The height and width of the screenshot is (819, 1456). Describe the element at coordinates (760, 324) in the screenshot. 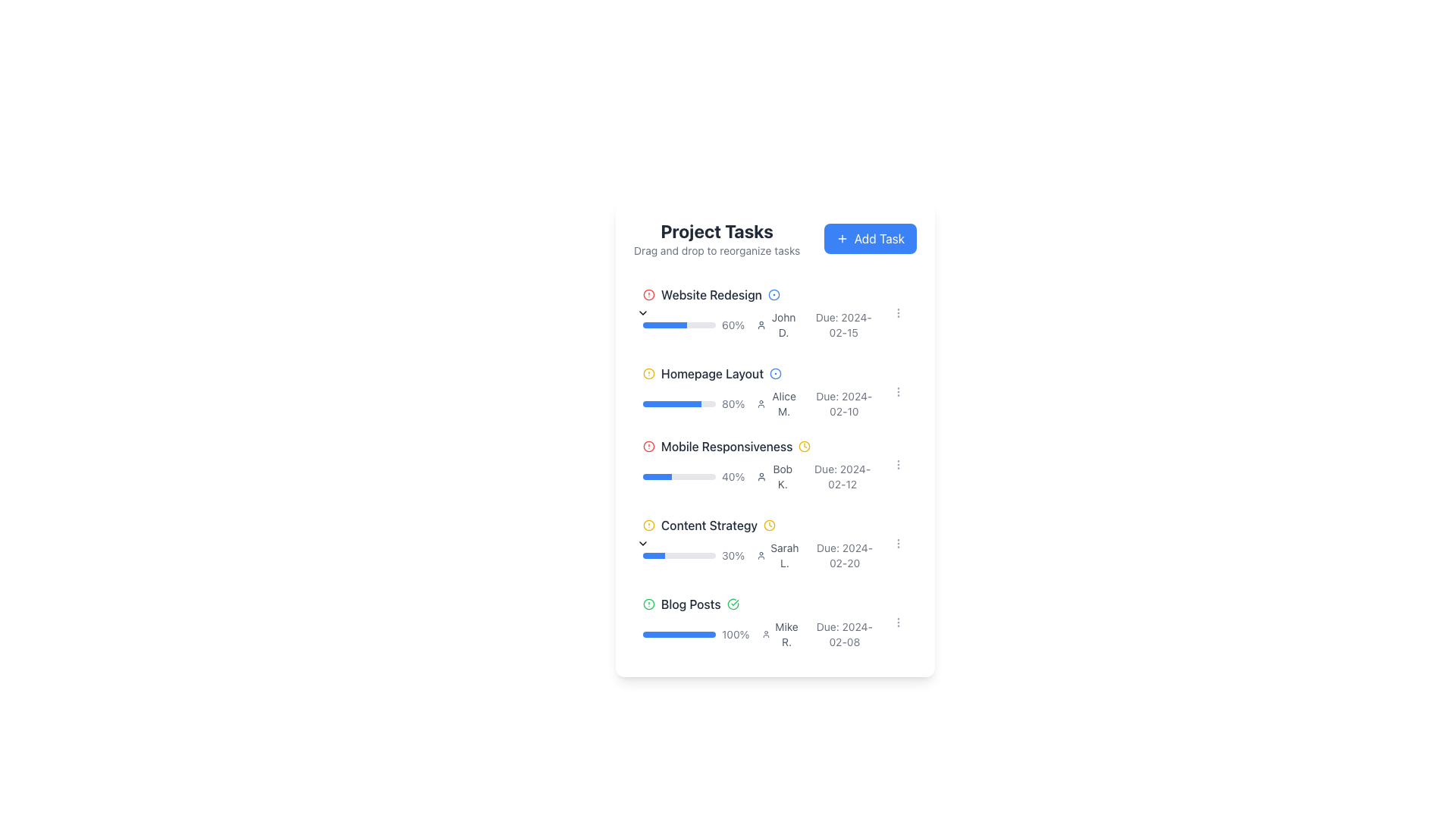

I see `the user avatar in the task progress component for 'Website Redesign', which includes a progress bar, text label, and icon, located in the lower part of the task block` at that location.